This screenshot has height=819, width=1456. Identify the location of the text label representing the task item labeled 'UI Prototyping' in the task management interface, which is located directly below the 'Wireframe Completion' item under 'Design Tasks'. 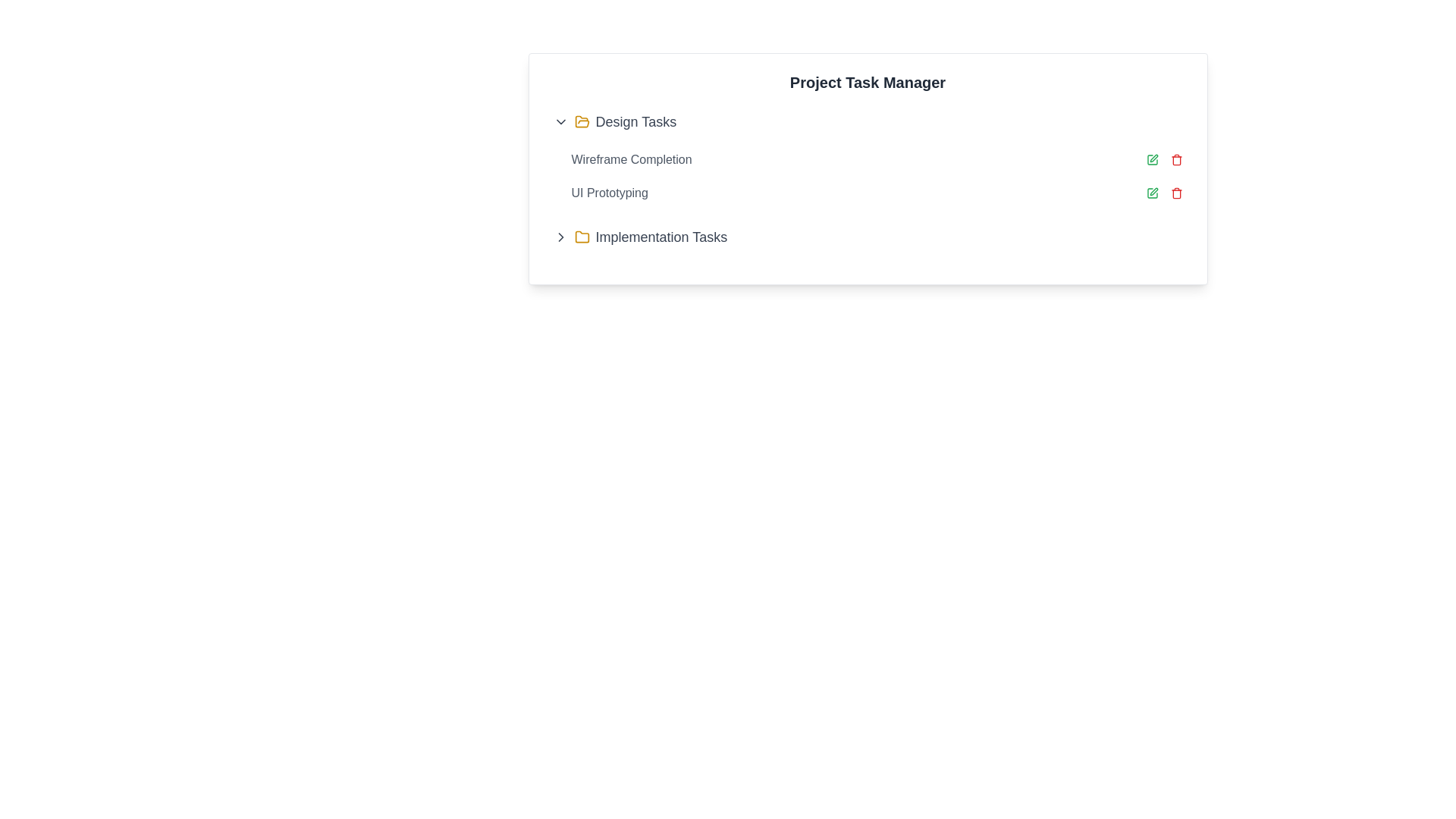
(610, 192).